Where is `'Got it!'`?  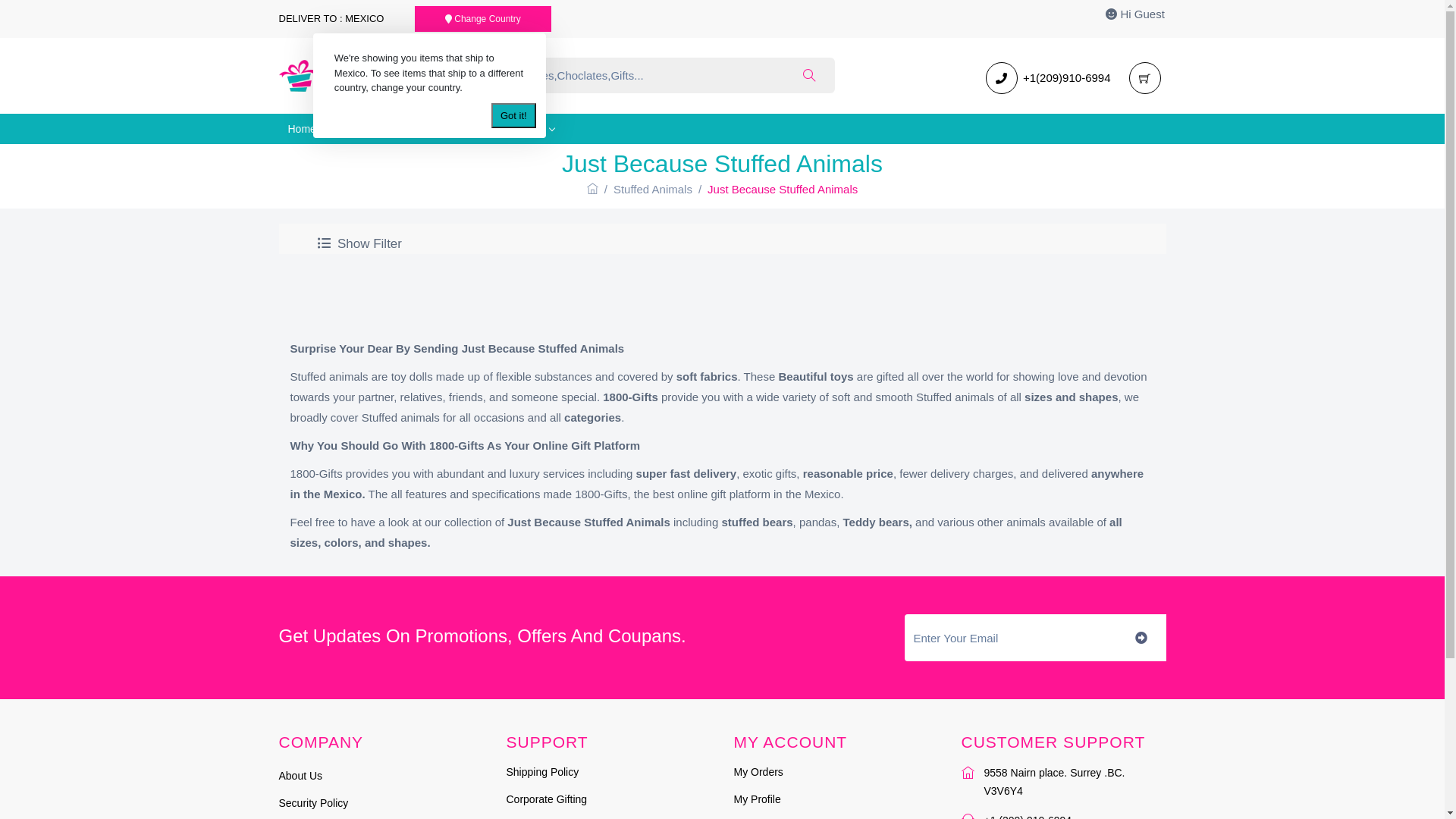
'Got it!' is located at coordinates (513, 115).